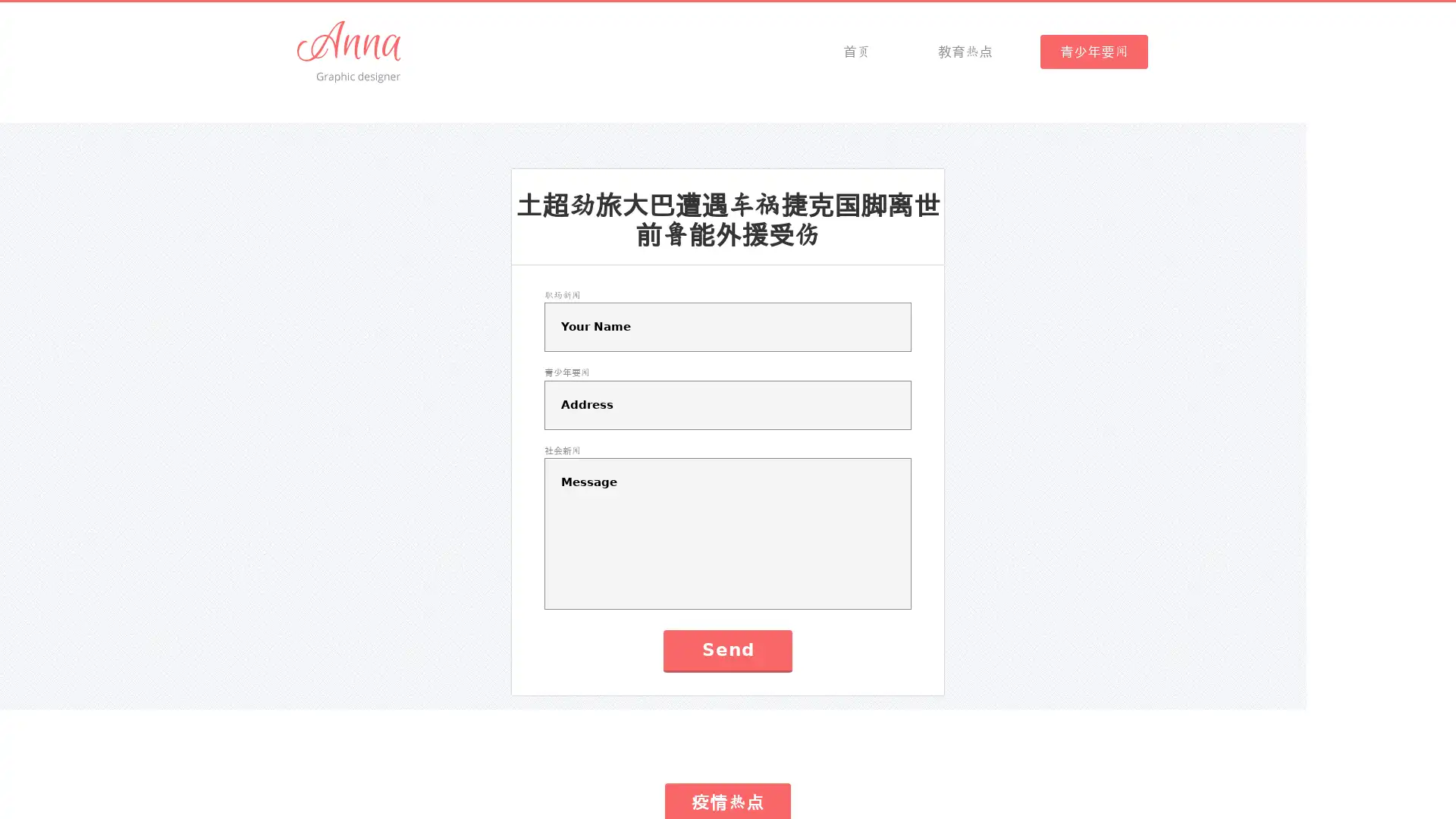  I want to click on Send, so click(726, 649).